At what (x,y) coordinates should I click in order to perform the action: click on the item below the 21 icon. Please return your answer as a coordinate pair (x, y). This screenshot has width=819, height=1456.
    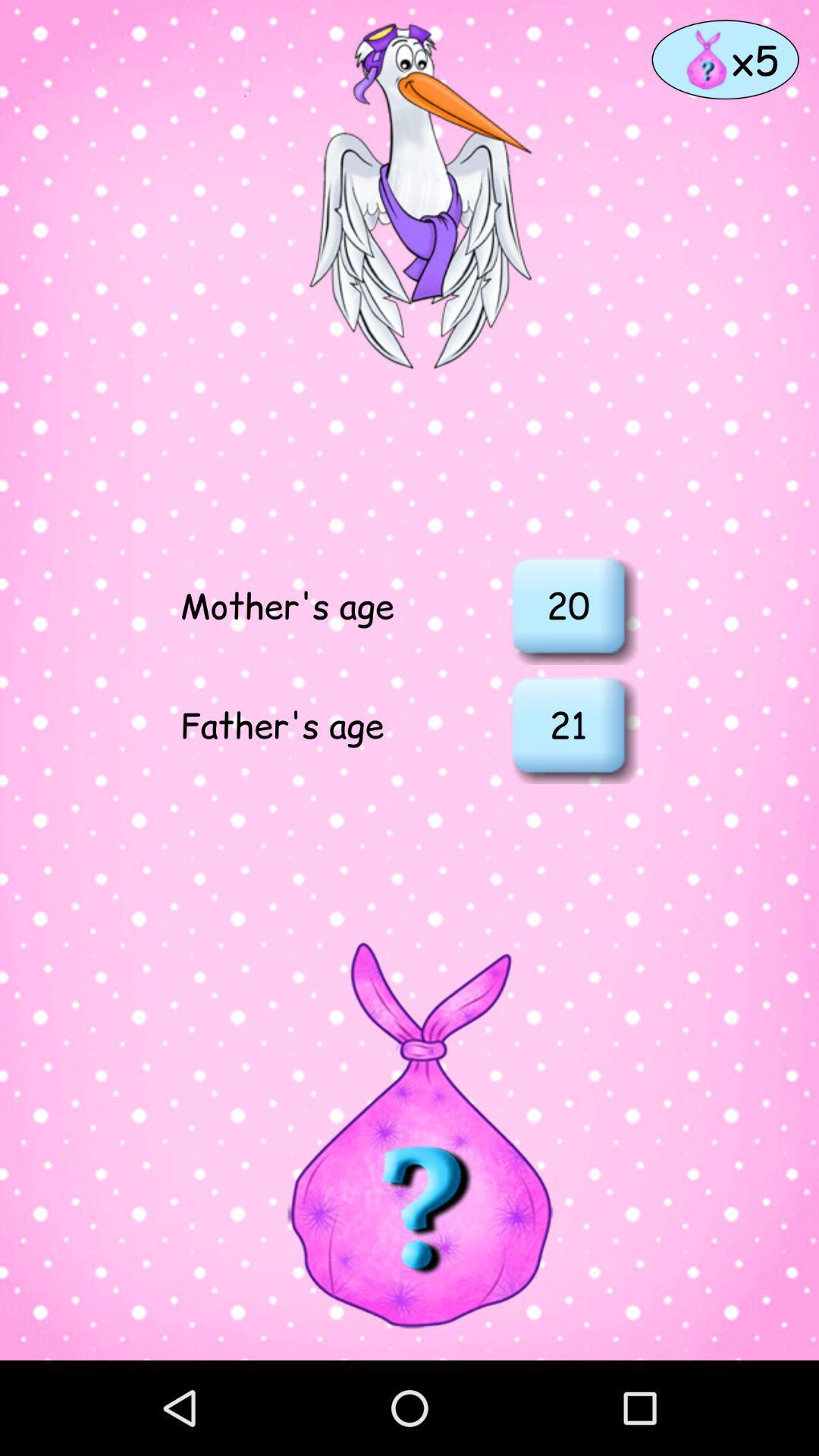
    Looking at the image, I should click on (408, 1134).